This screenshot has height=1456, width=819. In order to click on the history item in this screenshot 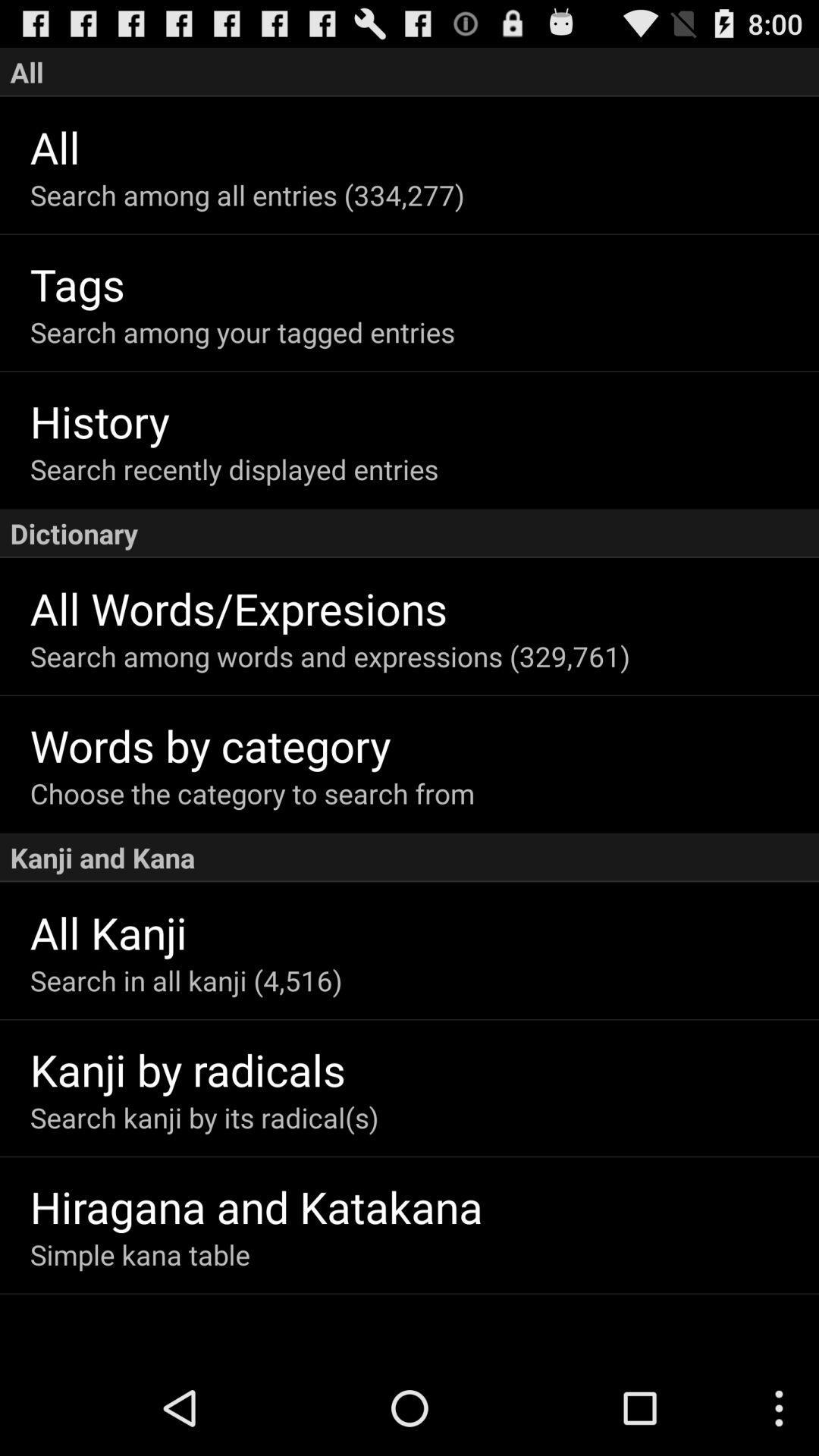, I will do `click(424, 421)`.